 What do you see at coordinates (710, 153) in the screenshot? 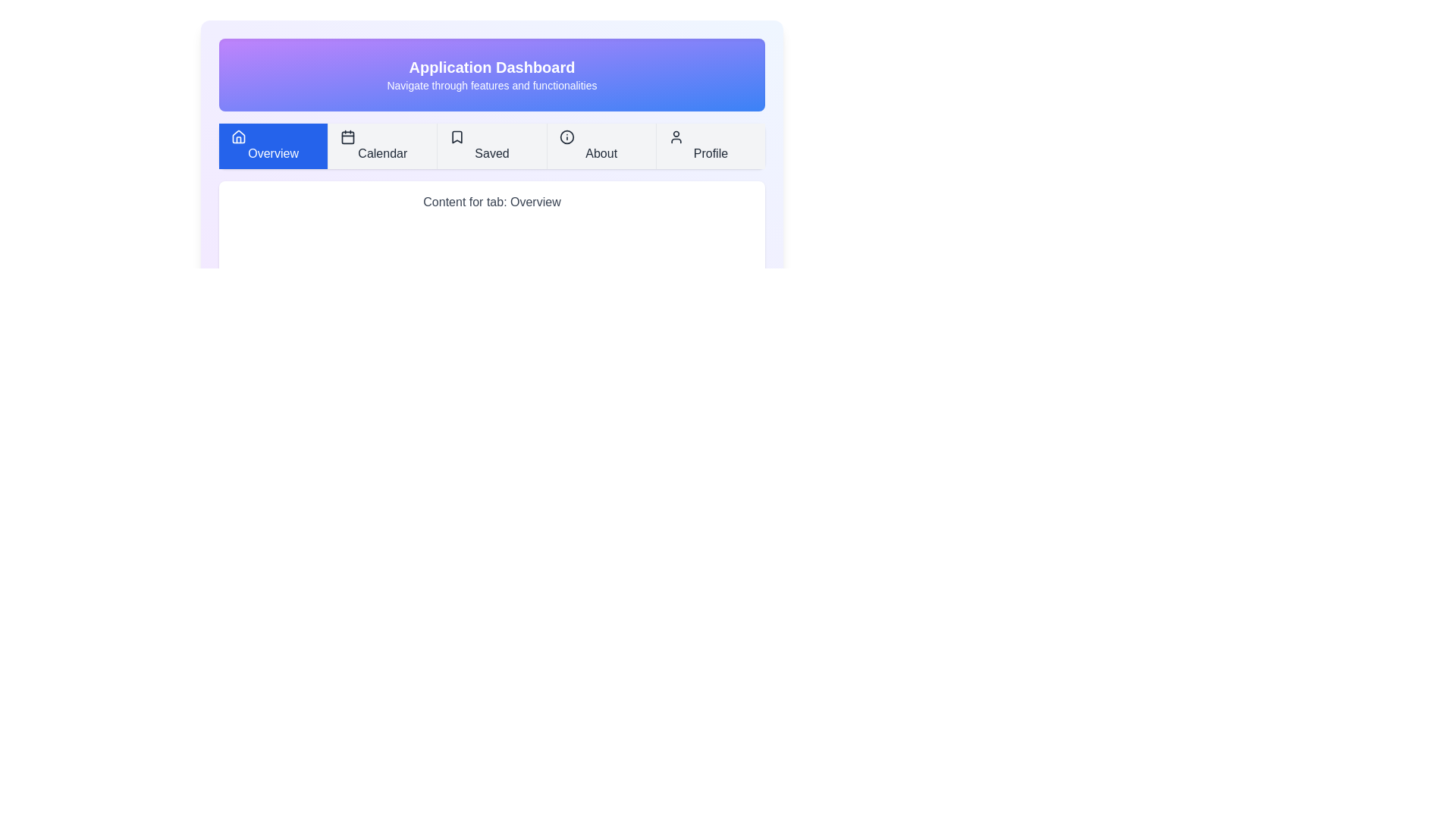
I see `the 'Profile' text label in the horizontal navigation menu` at bounding box center [710, 153].